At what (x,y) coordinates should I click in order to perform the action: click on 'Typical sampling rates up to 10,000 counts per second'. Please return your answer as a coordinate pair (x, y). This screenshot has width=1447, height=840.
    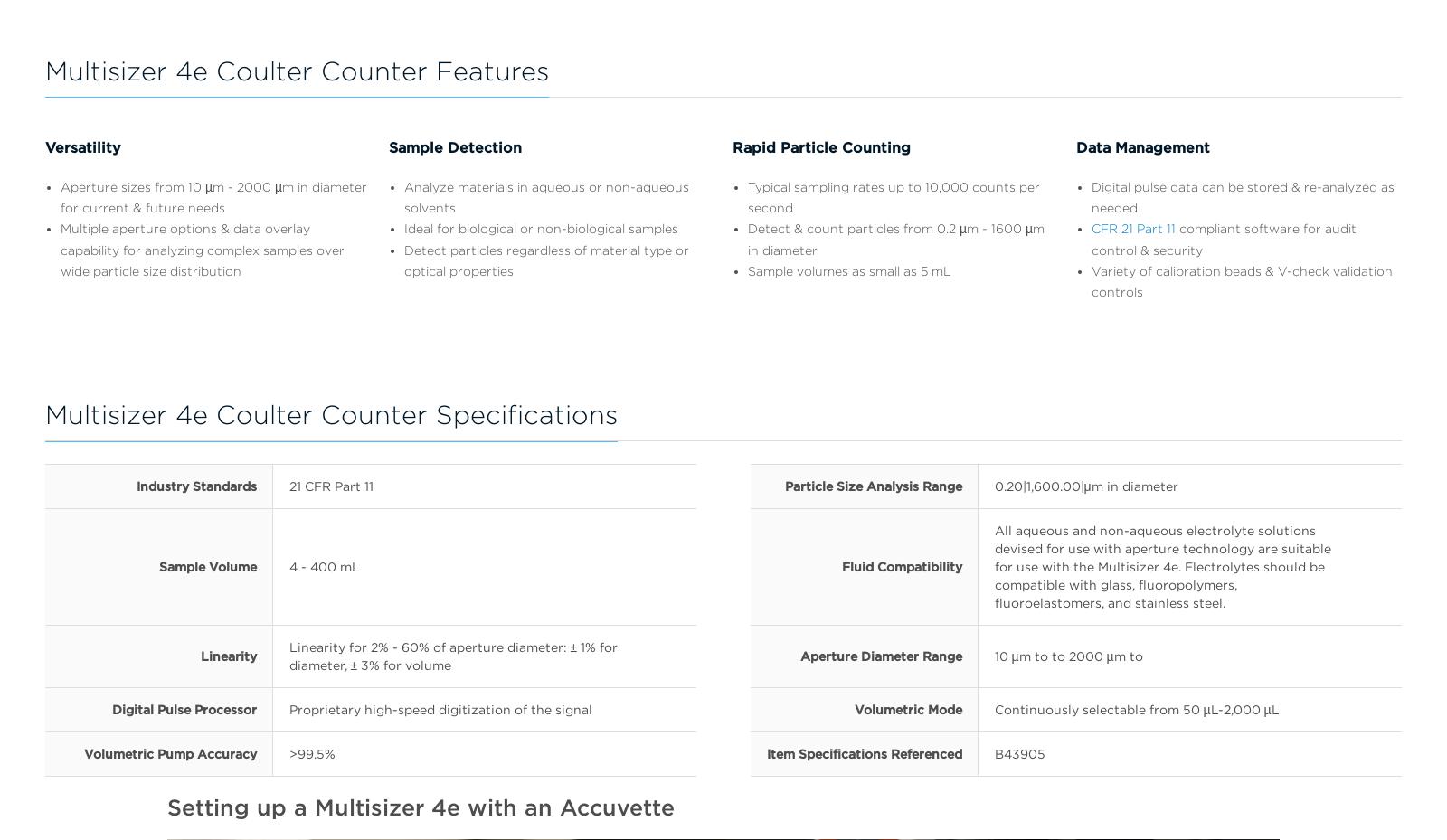
    Looking at the image, I should click on (893, 196).